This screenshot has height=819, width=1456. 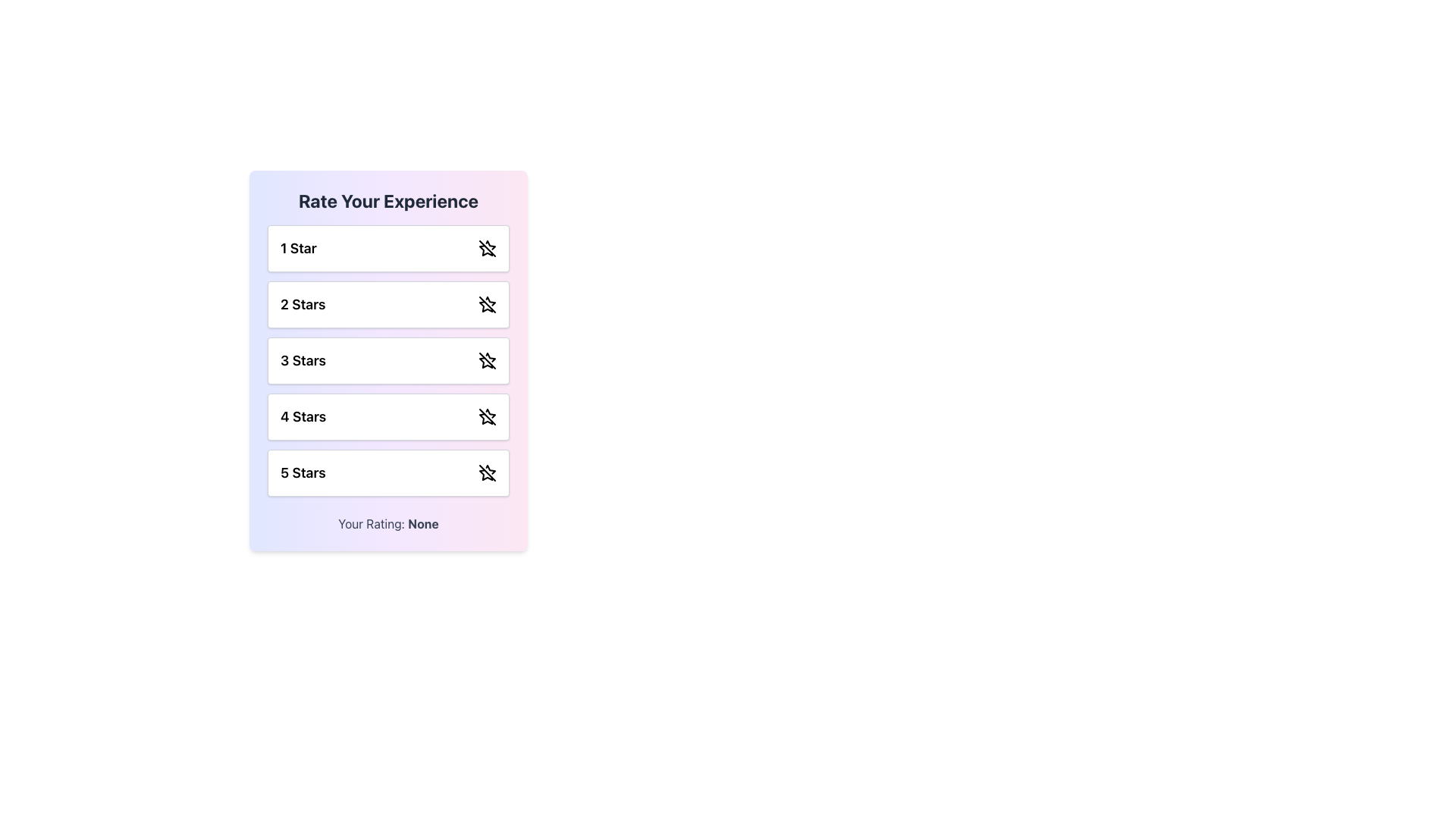 What do you see at coordinates (303, 304) in the screenshot?
I see `the '2 Stars' text label, which is styled in bold black typeface and is part of a vertically aligned group of rating options` at bounding box center [303, 304].